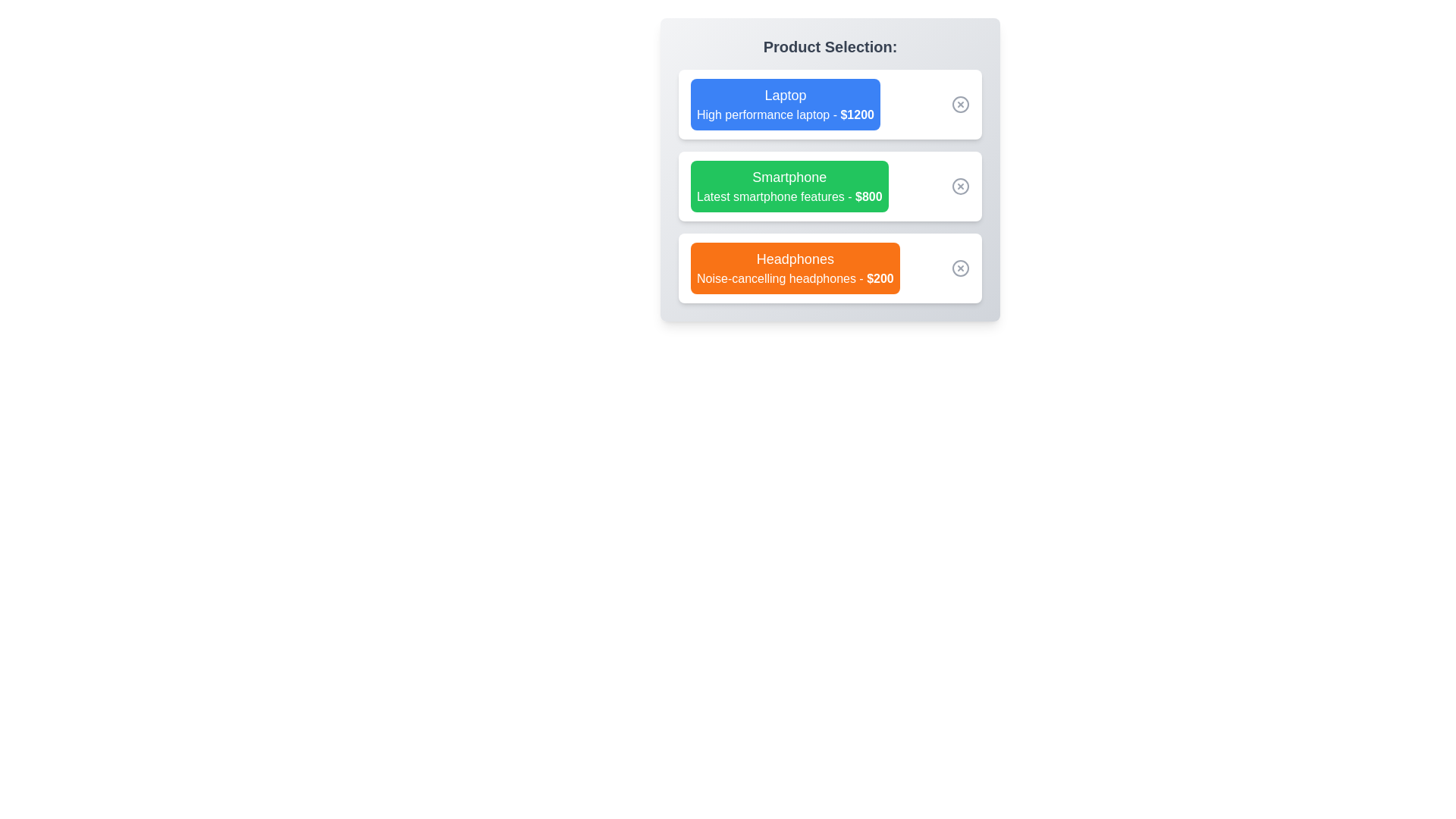 The width and height of the screenshot is (1456, 819). I want to click on the close button of the chip representing Headphones, so click(960, 268).